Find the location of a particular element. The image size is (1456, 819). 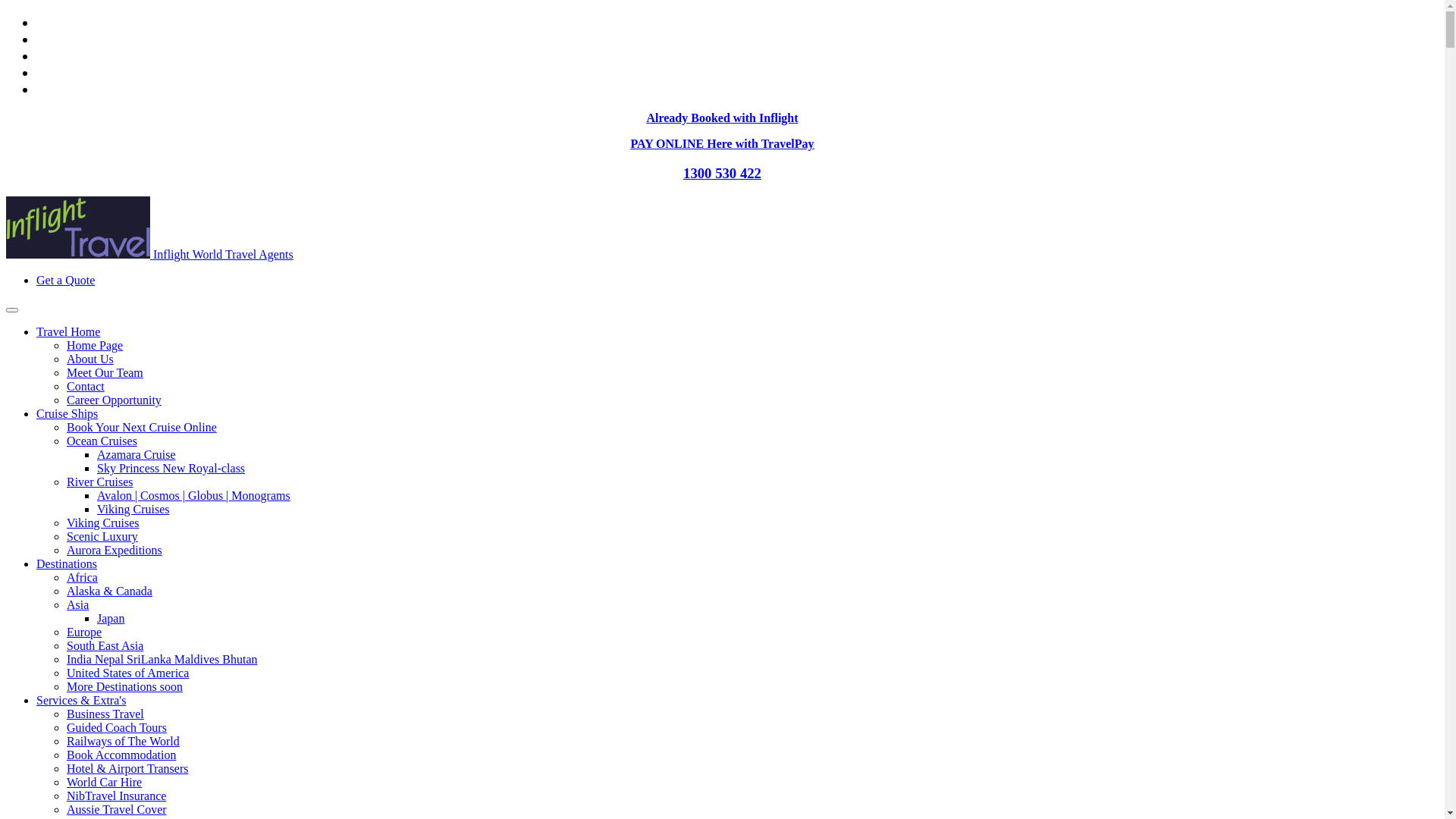

'Contact' is located at coordinates (65, 385).